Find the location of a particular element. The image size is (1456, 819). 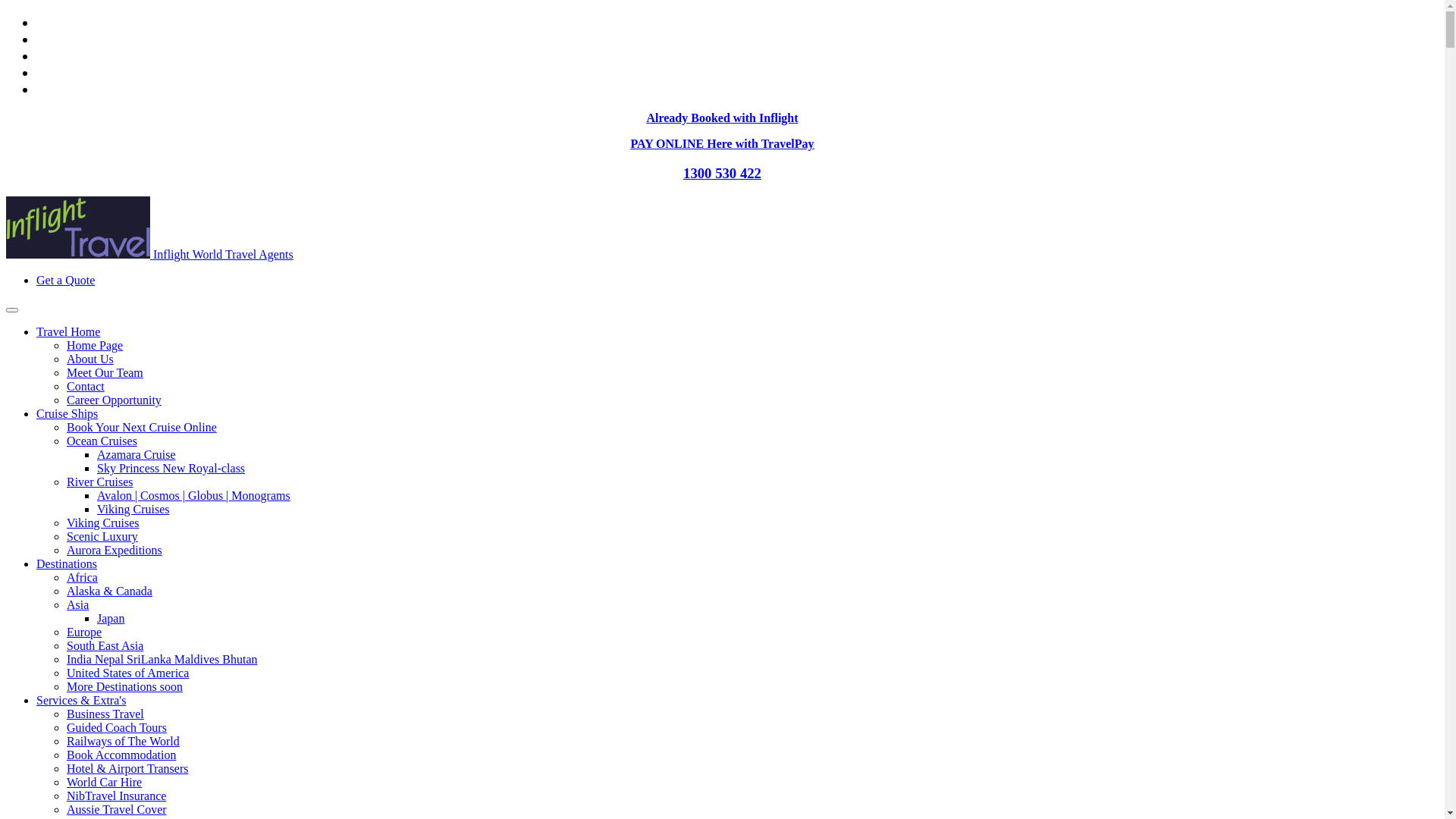

'Contact' is located at coordinates (65, 385).